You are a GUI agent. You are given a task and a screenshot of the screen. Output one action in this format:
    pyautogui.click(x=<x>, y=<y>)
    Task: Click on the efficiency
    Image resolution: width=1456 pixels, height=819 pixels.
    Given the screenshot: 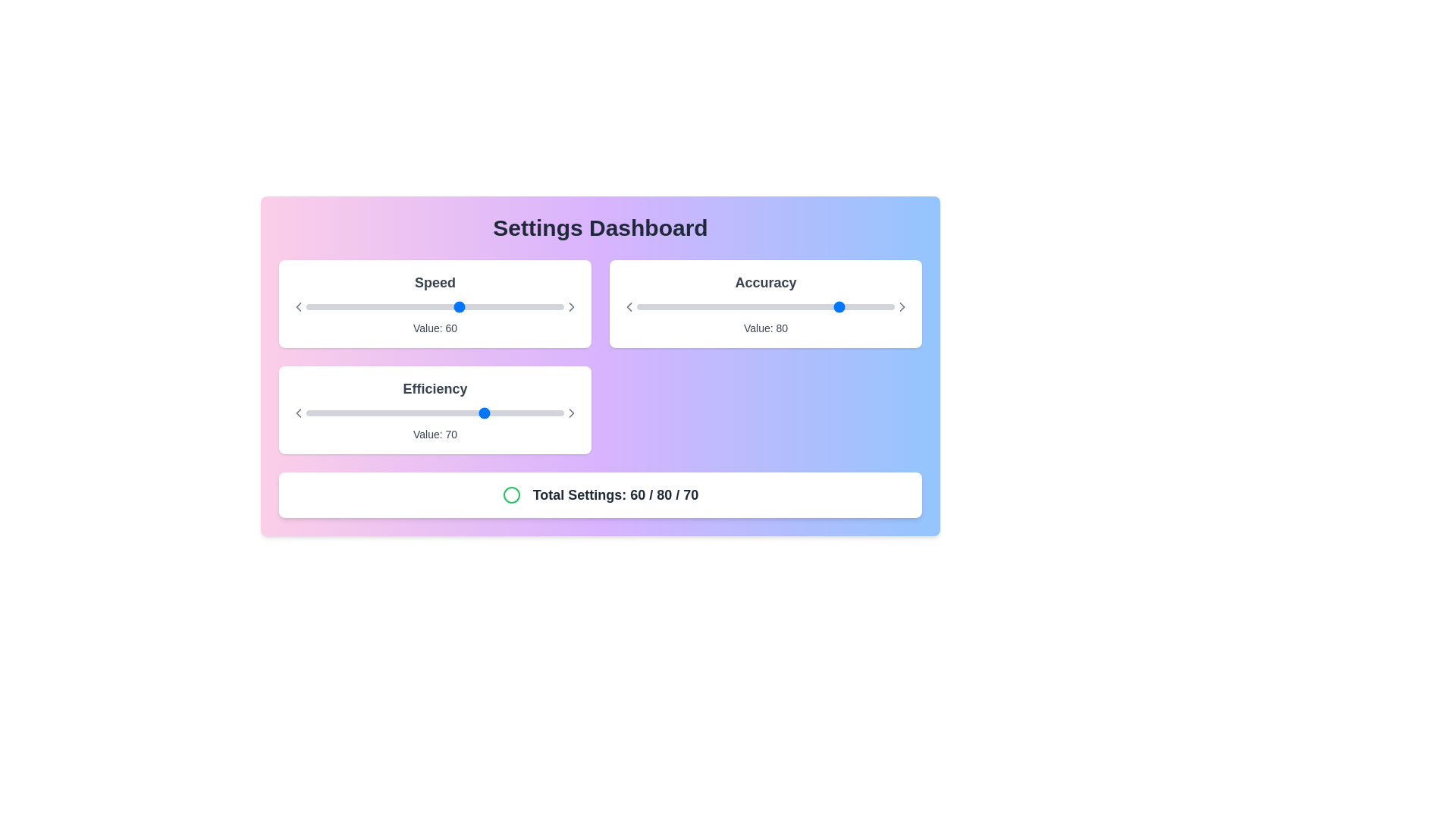 What is the action you would take?
    pyautogui.click(x=383, y=413)
    